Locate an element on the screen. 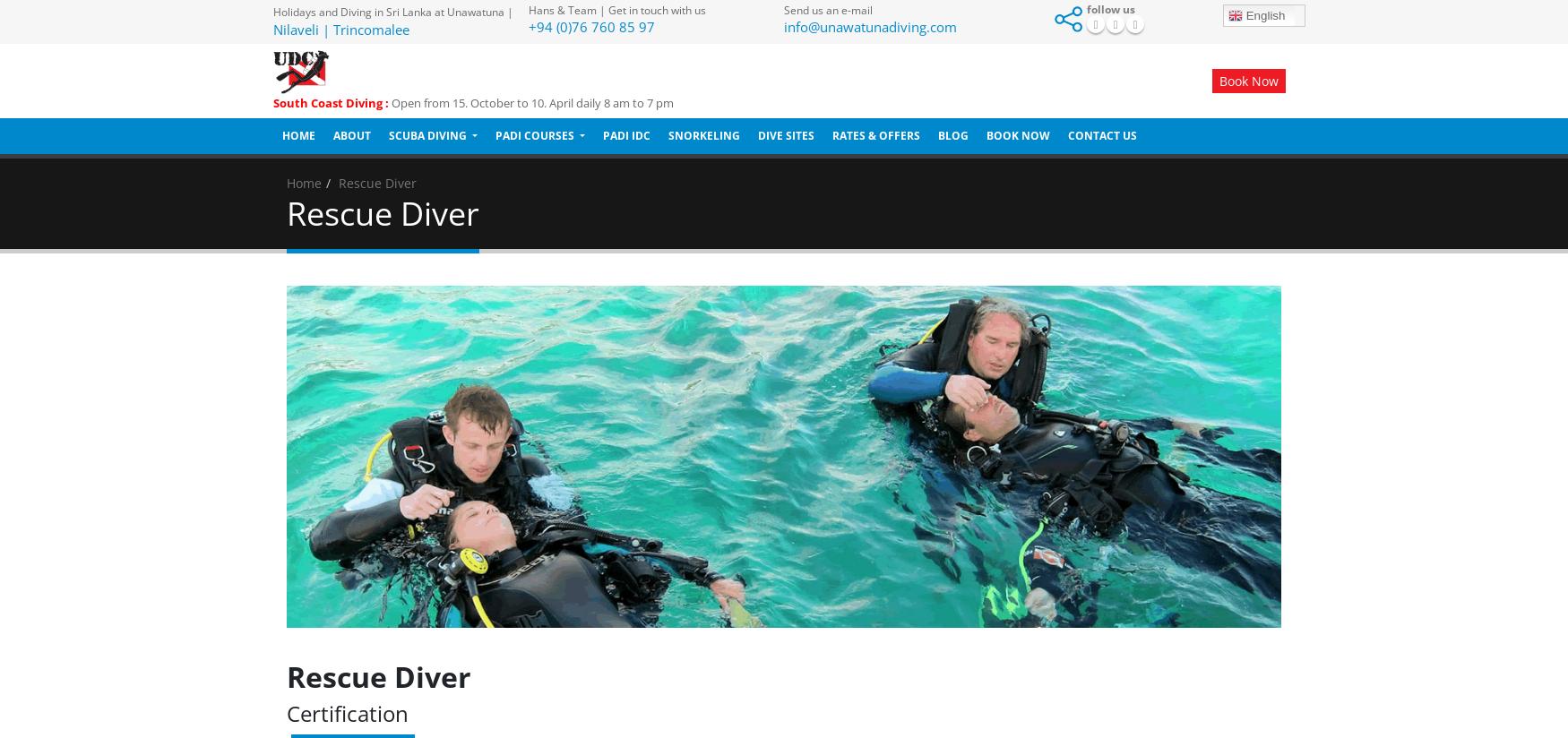 The width and height of the screenshot is (1568, 738). 'Snorkeling' is located at coordinates (668, 134).